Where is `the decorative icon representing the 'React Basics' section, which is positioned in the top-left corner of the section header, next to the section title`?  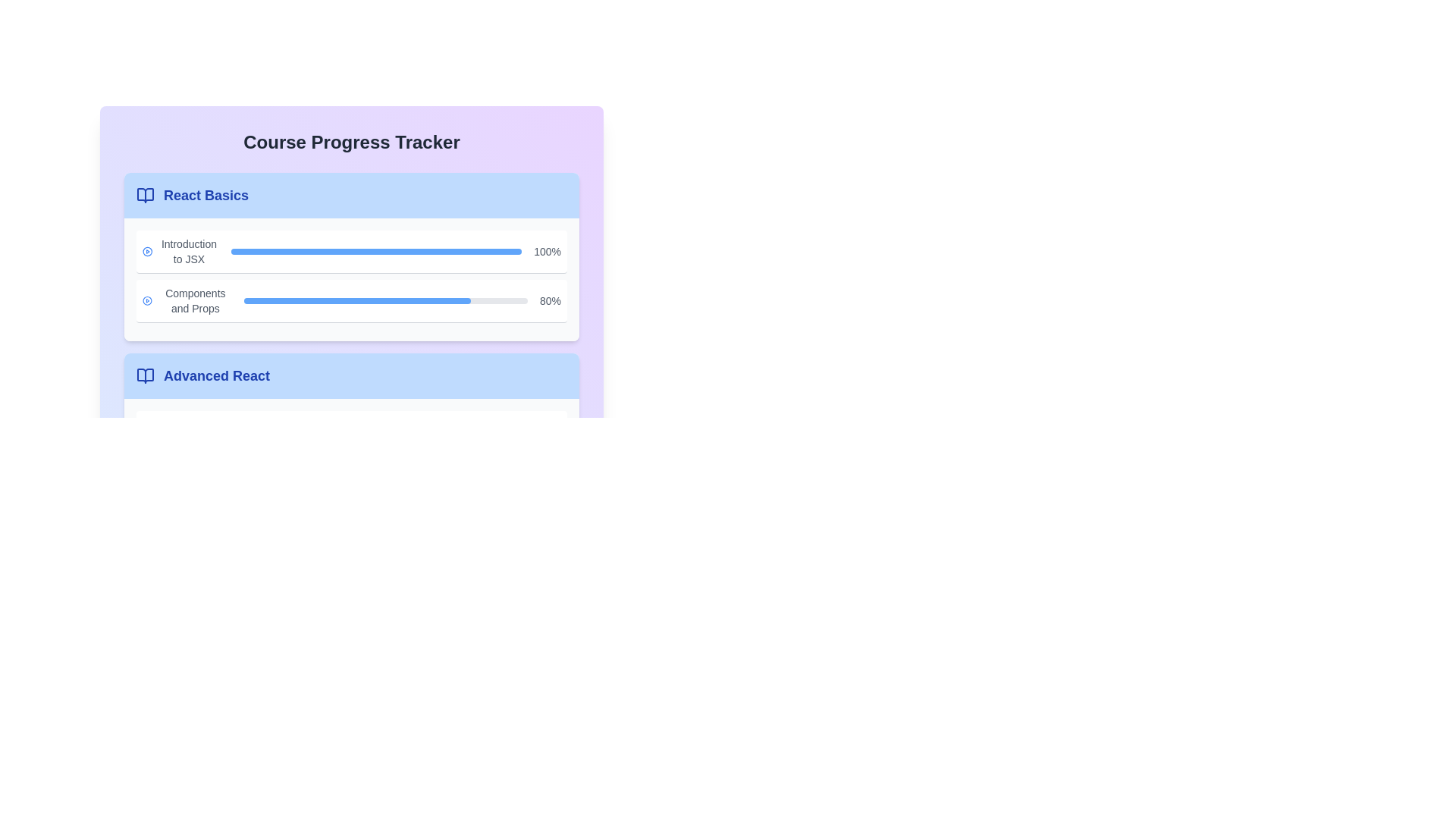
the decorative icon representing the 'React Basics' section, which is positioned in the top-left corner of the section header, next to the section title is located at coordinates (146, 195).